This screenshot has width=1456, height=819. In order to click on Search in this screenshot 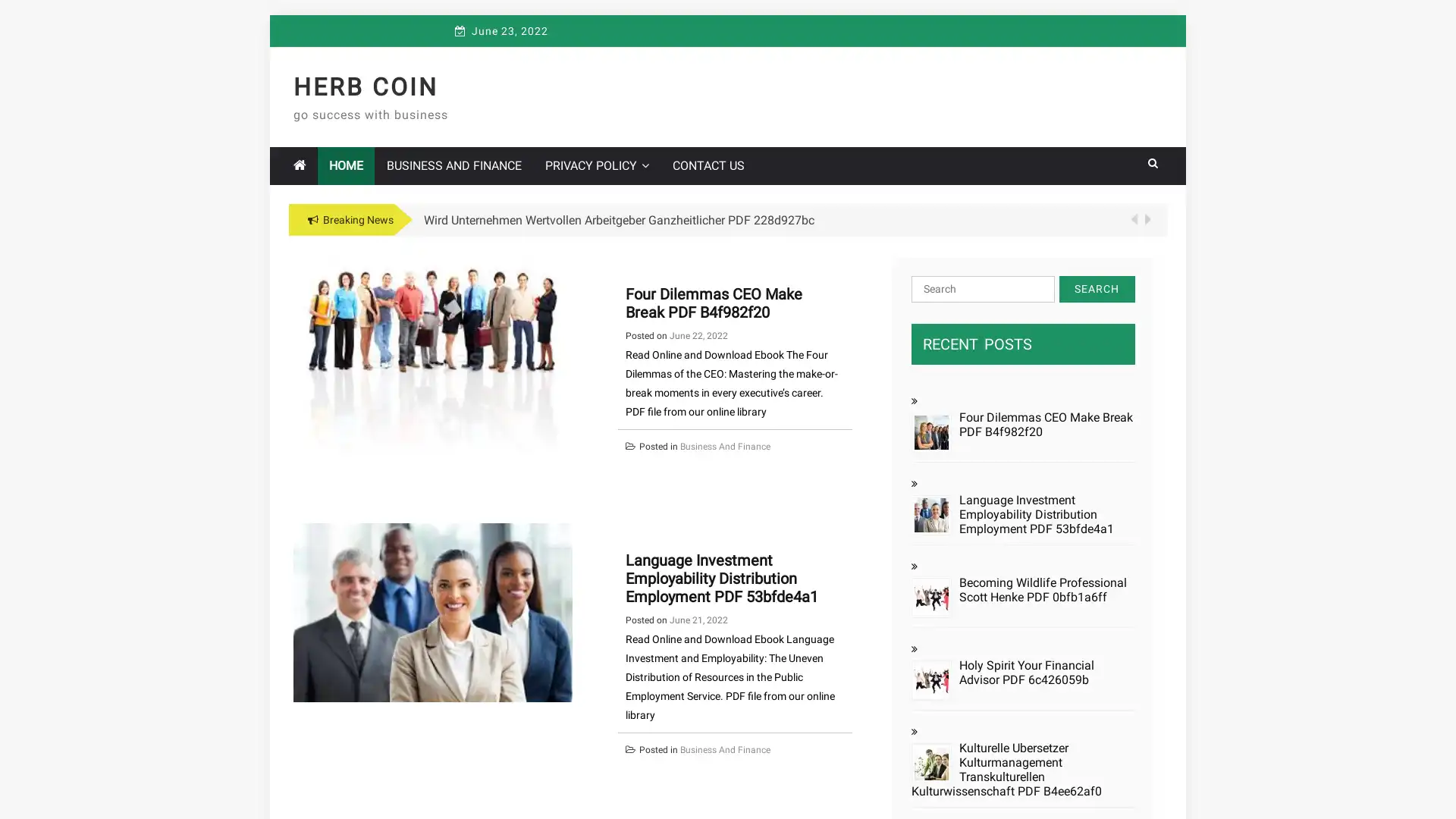, I will do `click(1096, 288)`.